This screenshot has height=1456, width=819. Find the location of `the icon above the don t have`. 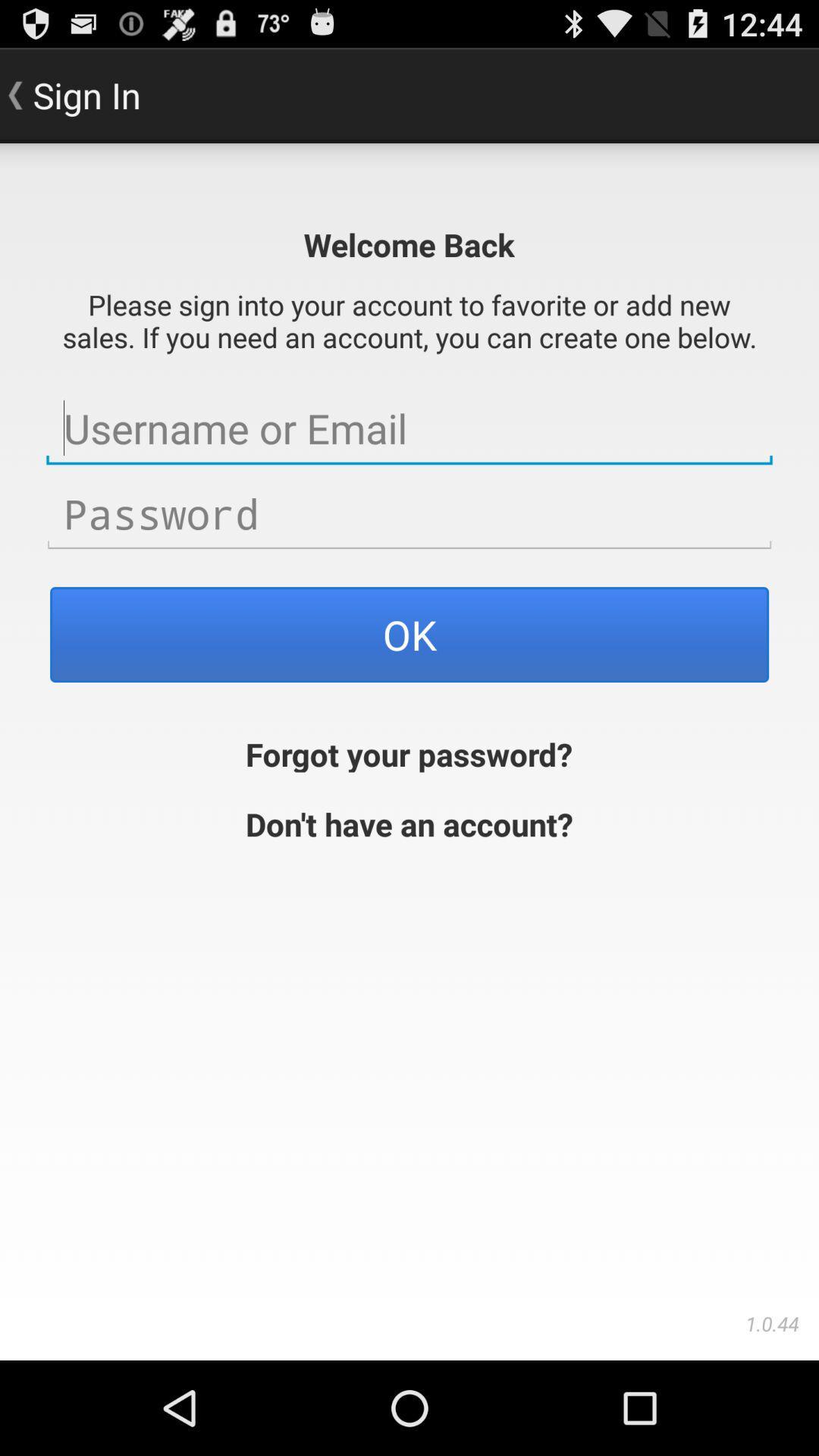

the icon above the don t have is located at coordinates (408, 752).